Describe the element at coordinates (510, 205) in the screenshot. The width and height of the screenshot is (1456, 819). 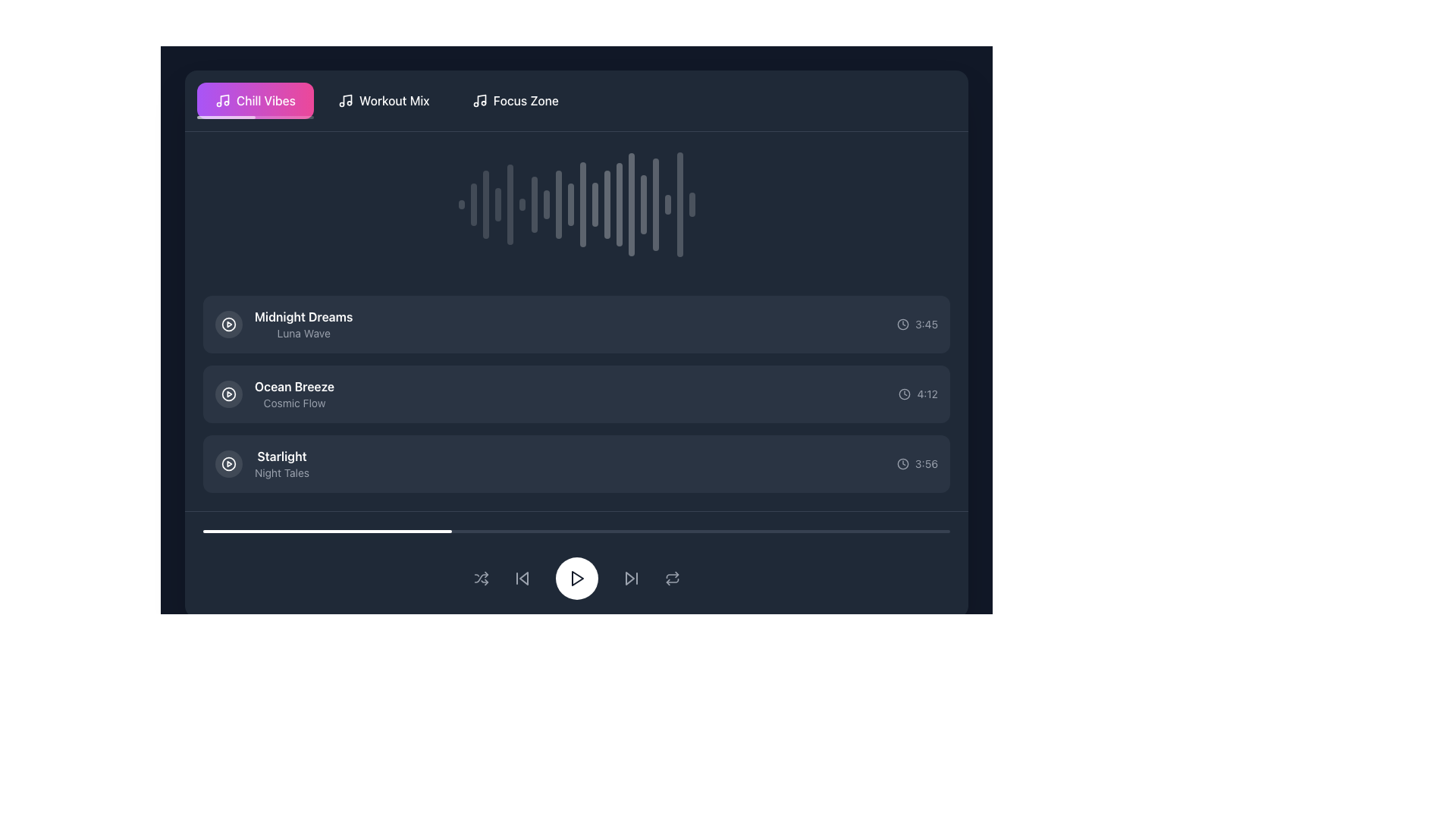
I see `the fifth vertical bar in the waveform visualization, which is characterized by its white color and rounded end, located at the center top of the application interface` at that location.